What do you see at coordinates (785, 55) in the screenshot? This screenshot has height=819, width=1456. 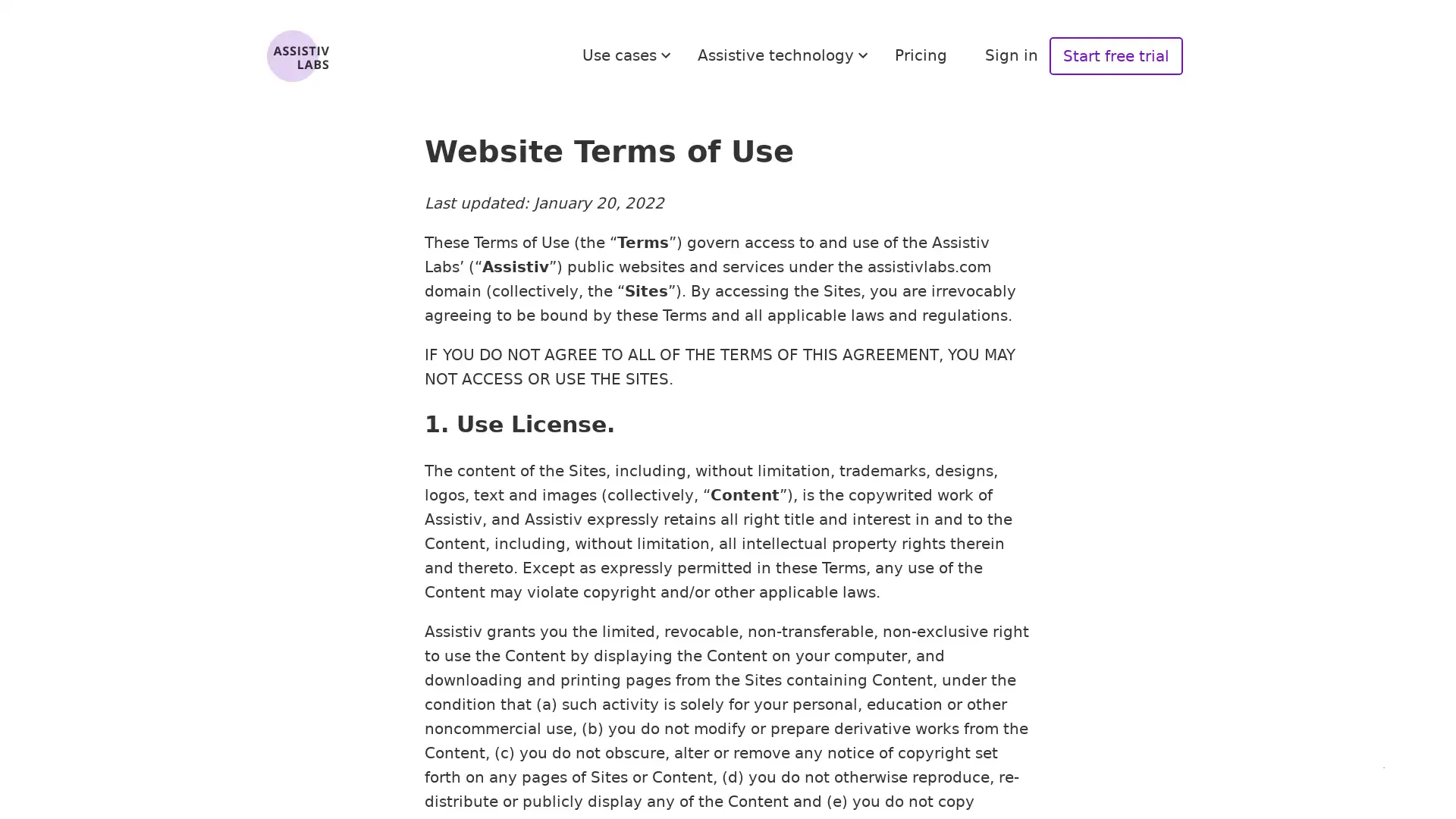 I see `Assistive technology` at bounding box center [785, 55].